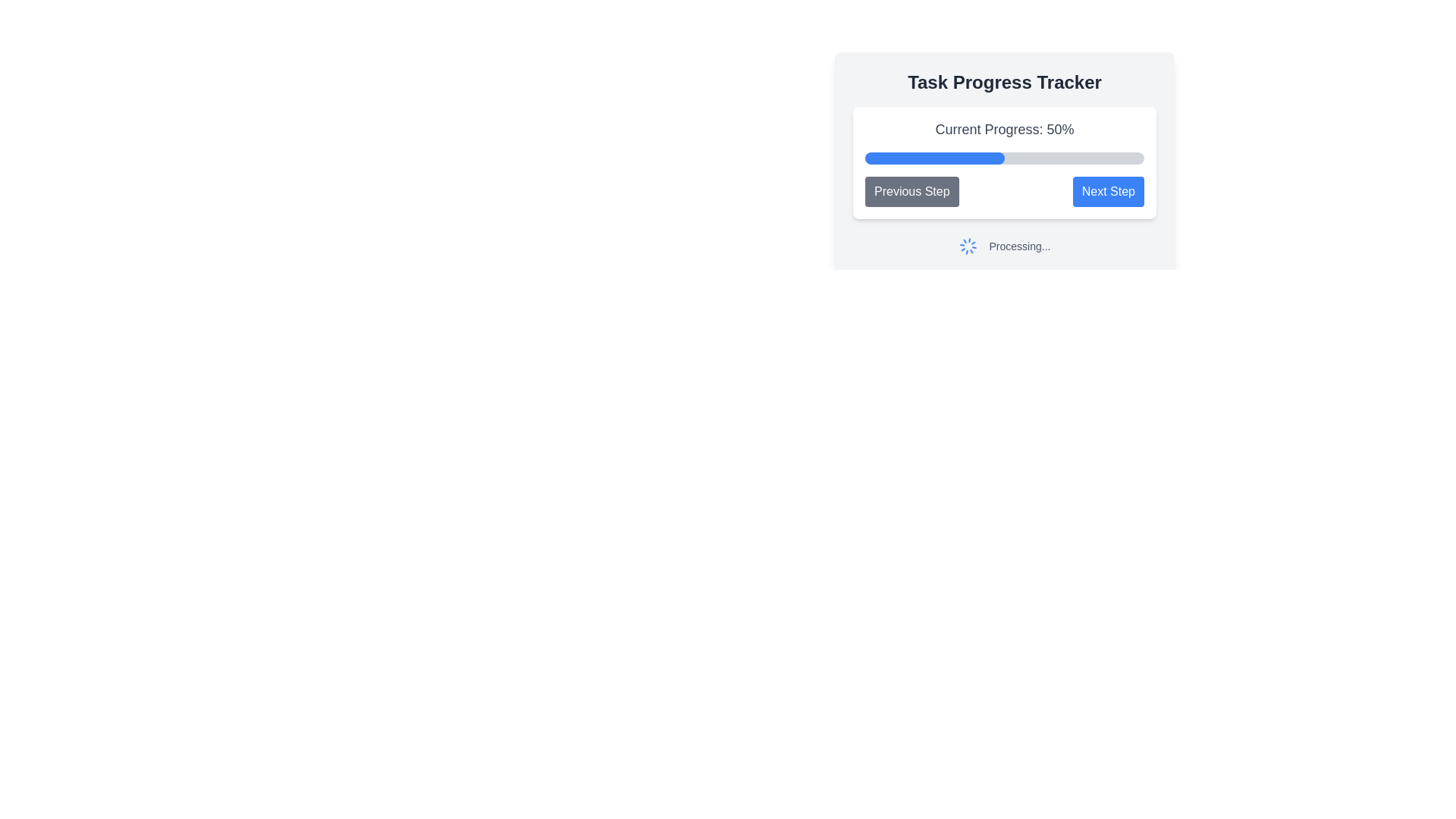 Image resolution: width=1456 pixels, height=819 pixels. What do you see at coordinates (1004, 128) in the screenshot?
I see `the Text label that displays the current progress status, located above the progress bar and navigation buttons within a central white card box` at bounding box center [1004, 128].